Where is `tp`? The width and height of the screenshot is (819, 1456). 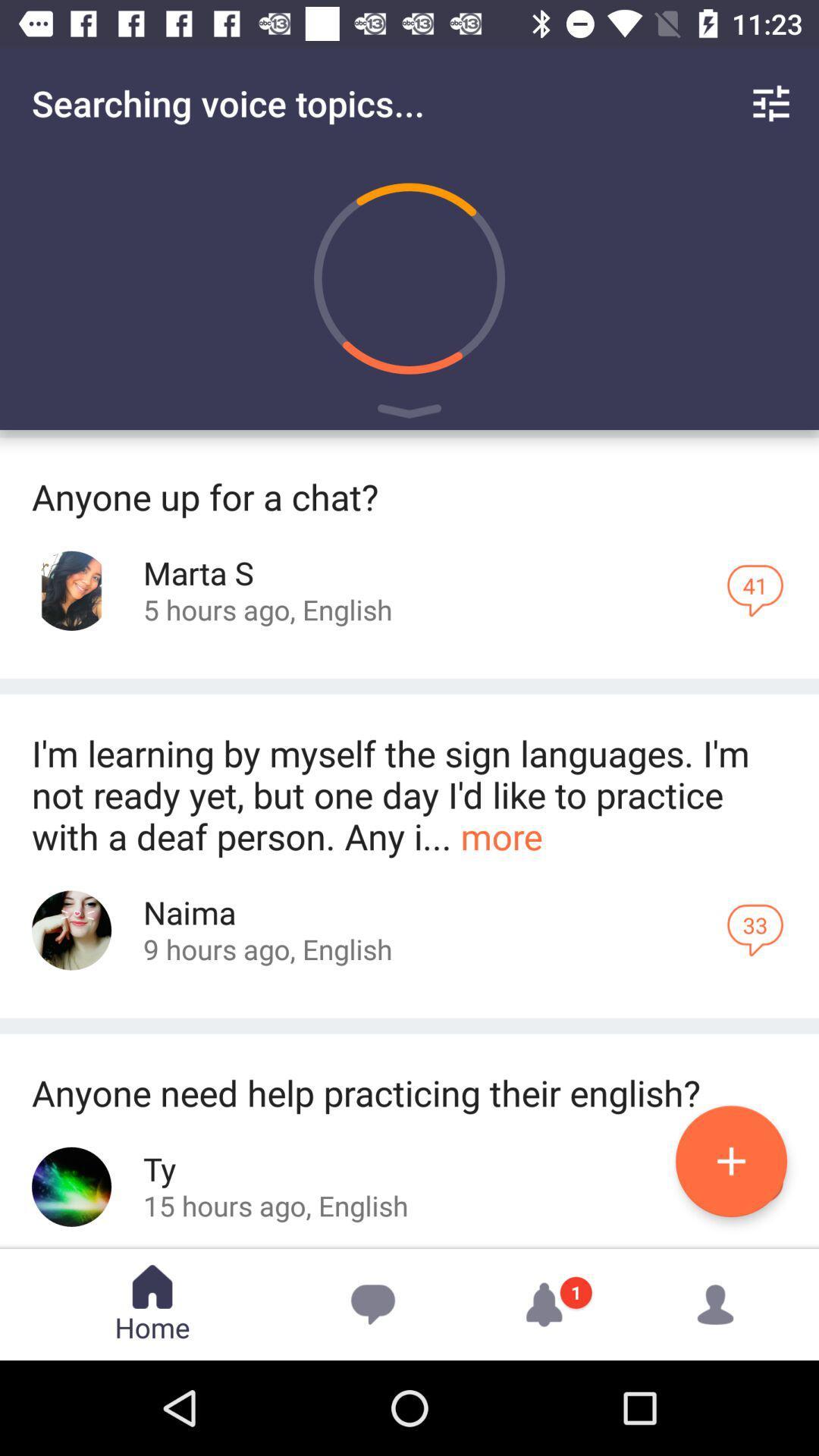 tp is located at coordinates (71, 1186).